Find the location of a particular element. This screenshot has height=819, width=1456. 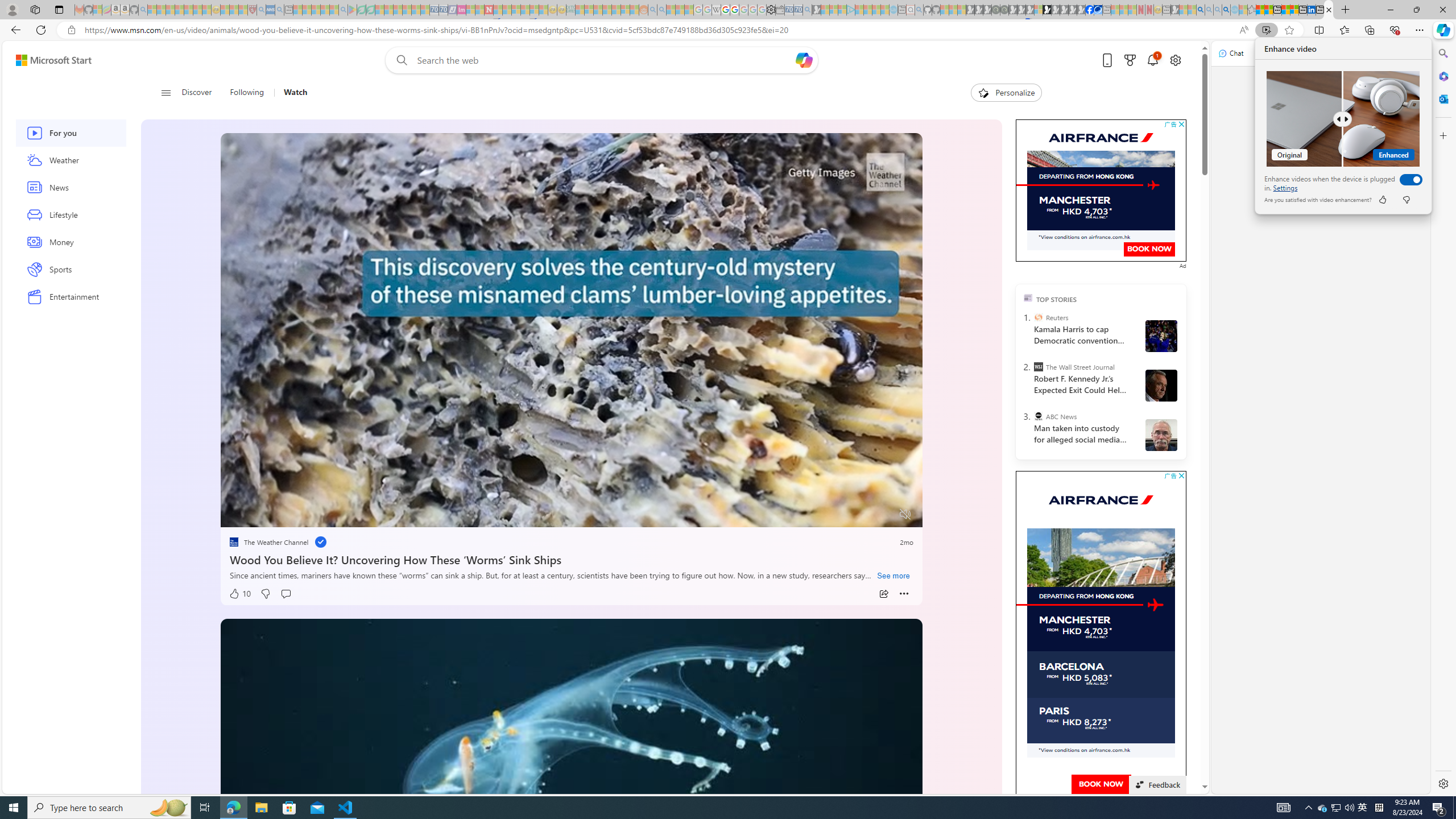

'Pets - MSN - Sleeping' is located at coordinates (325, 9).